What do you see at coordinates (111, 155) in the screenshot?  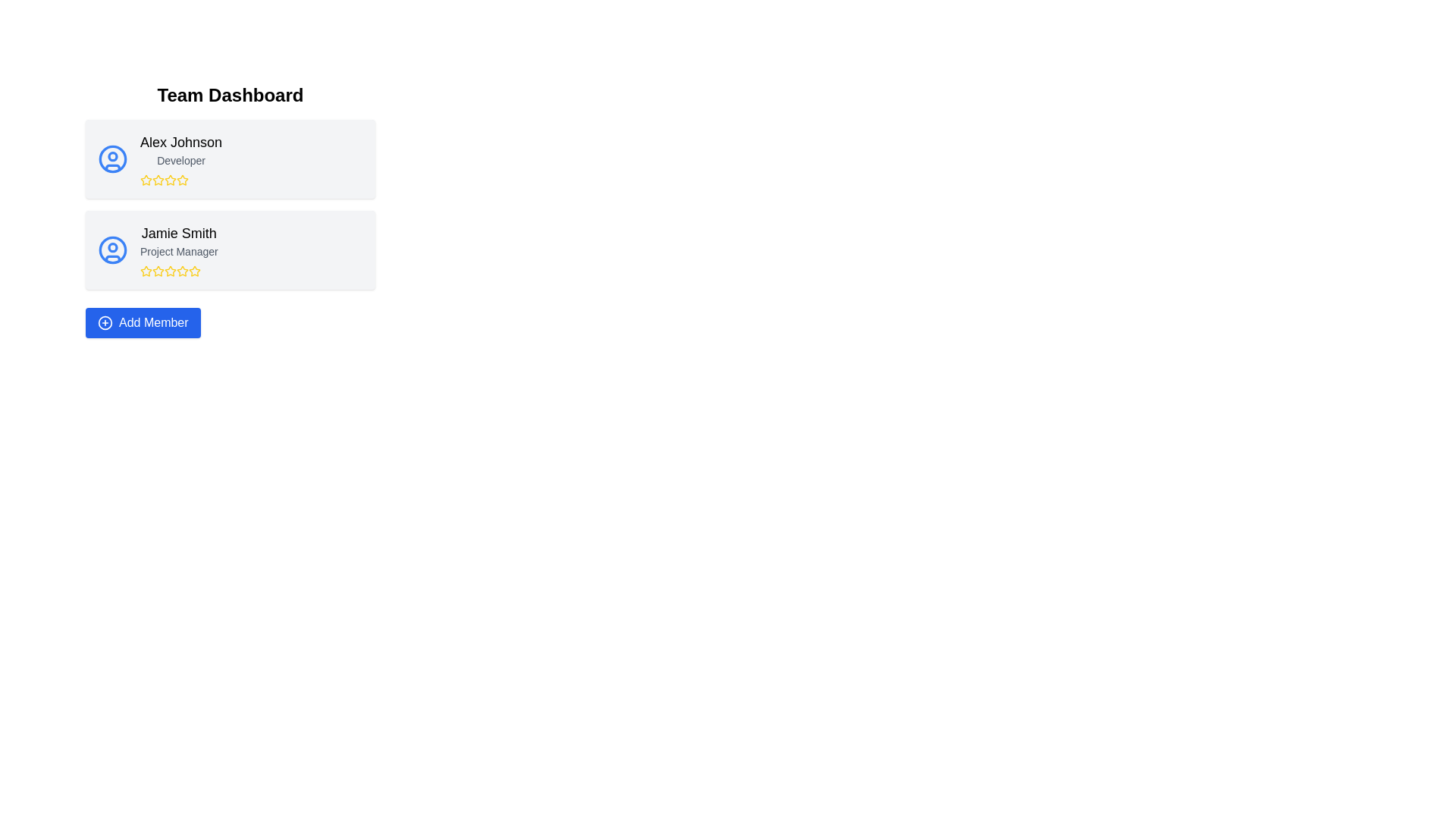 I see `the small circular shape within the SVG representation of Alex Johnson's user profile icon located in the top-left avatar on the team dashboard` at bounding box center [111, 155].